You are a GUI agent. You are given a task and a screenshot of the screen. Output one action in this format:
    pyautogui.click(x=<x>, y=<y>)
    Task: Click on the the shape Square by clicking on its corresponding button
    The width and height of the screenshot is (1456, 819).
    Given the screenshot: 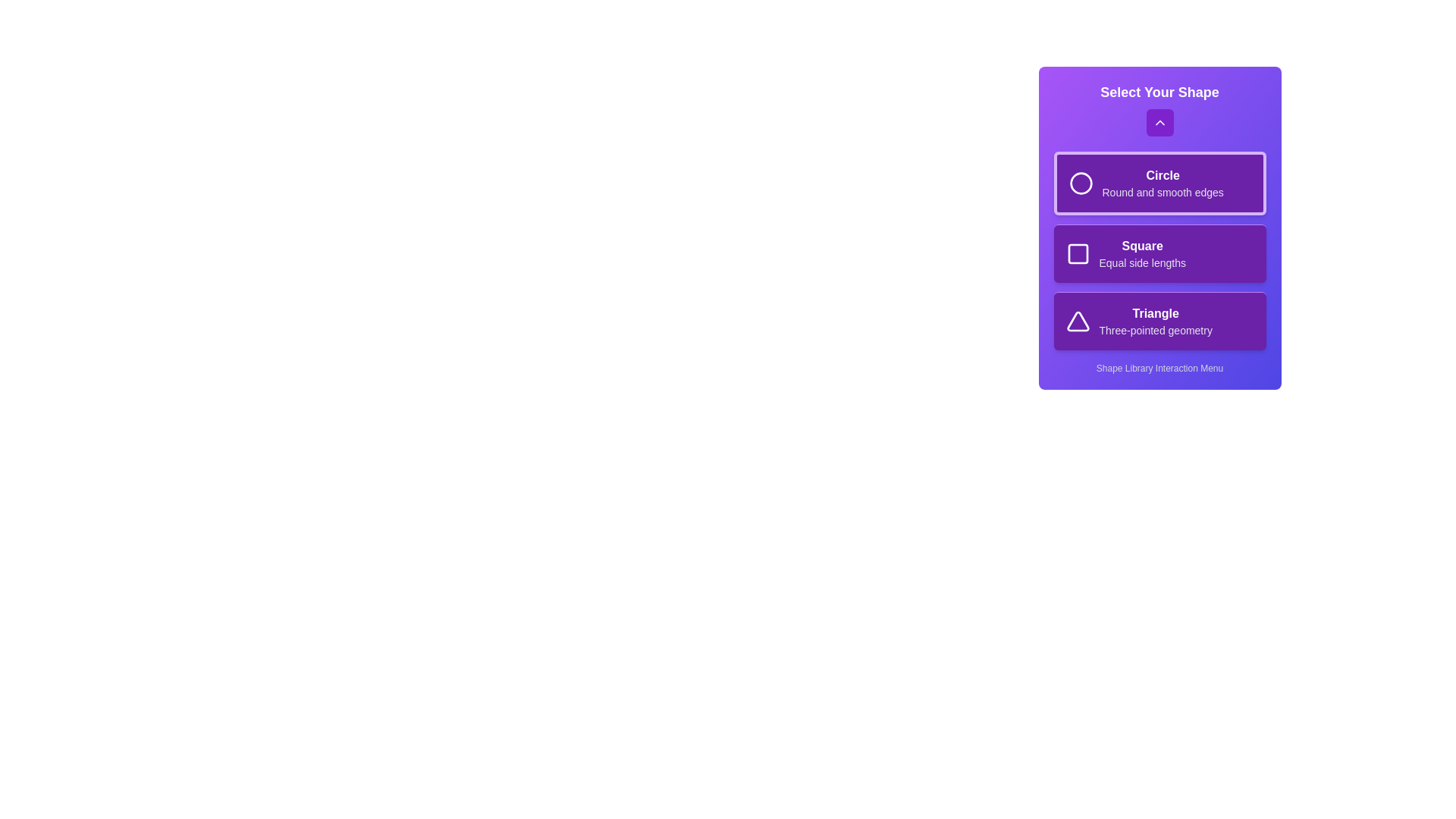 What is the action you would take?
    pyautogui.click(x=1159, y=253)
    